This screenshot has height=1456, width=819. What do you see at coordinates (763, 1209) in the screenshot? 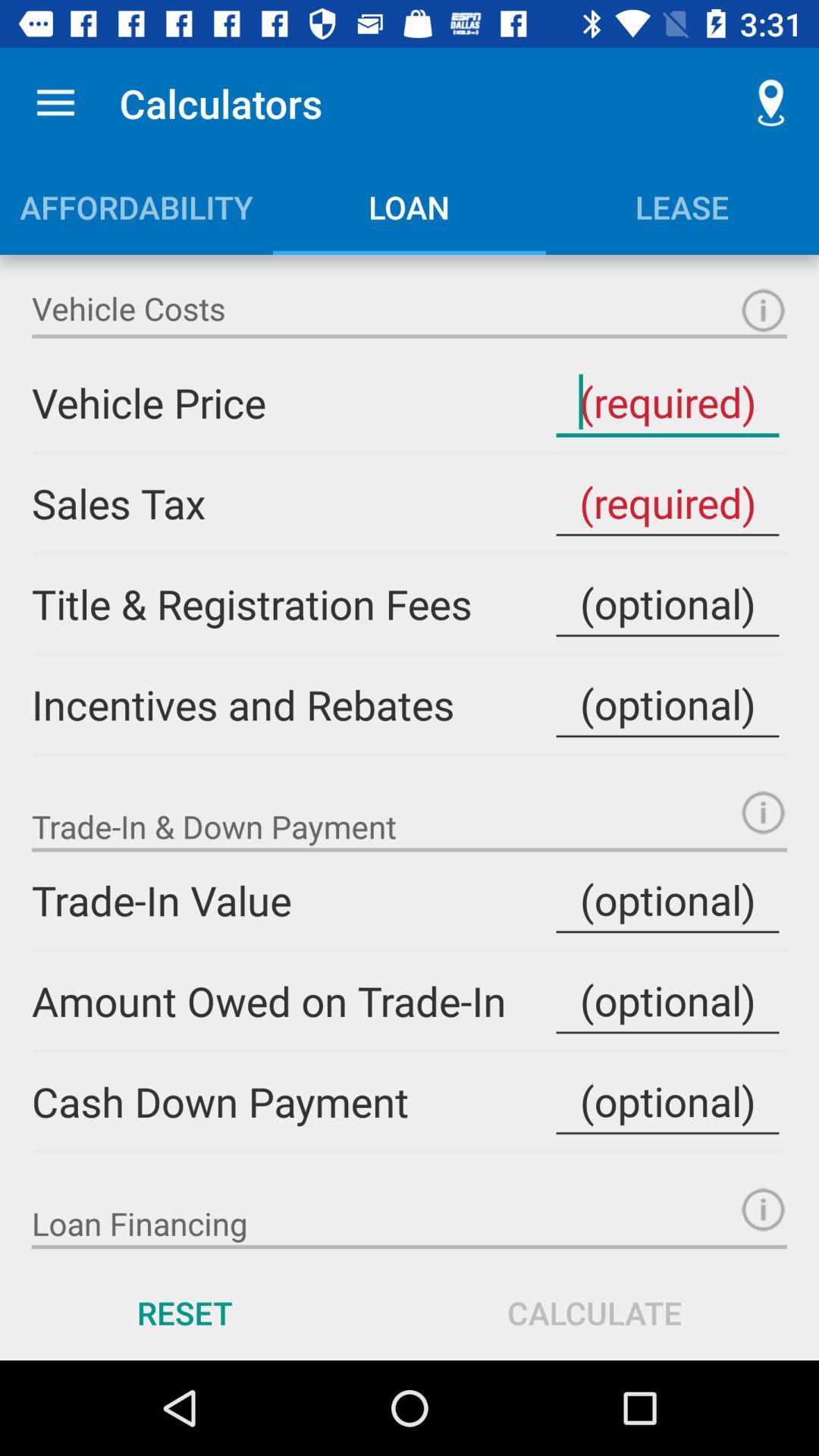
I see `receive information about loan financing` at bounding box center [763, 1209].